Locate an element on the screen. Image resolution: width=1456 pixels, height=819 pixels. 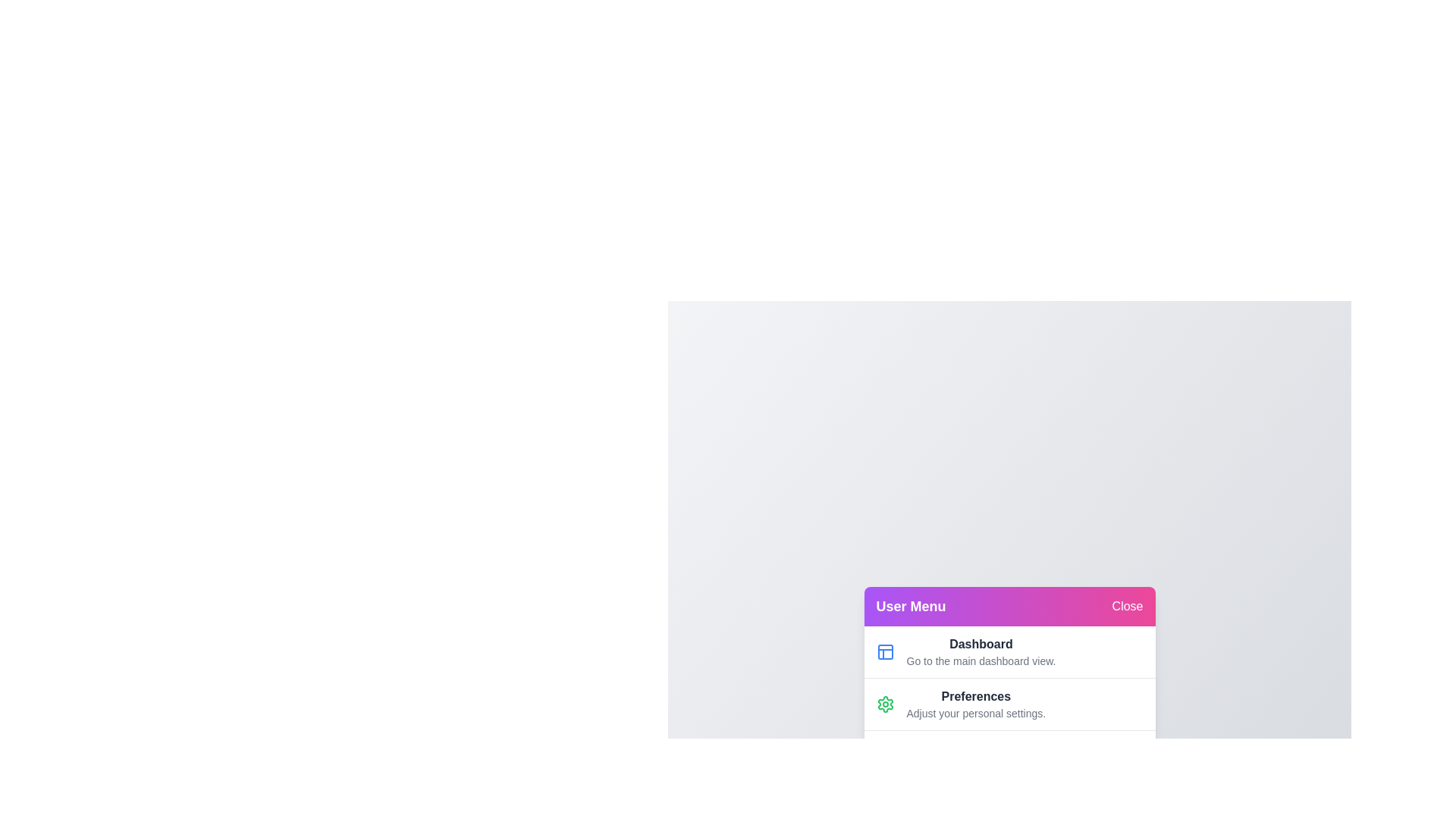
the 'Close' button in the header to toggle the menu is located at coordinates (1128, 604).